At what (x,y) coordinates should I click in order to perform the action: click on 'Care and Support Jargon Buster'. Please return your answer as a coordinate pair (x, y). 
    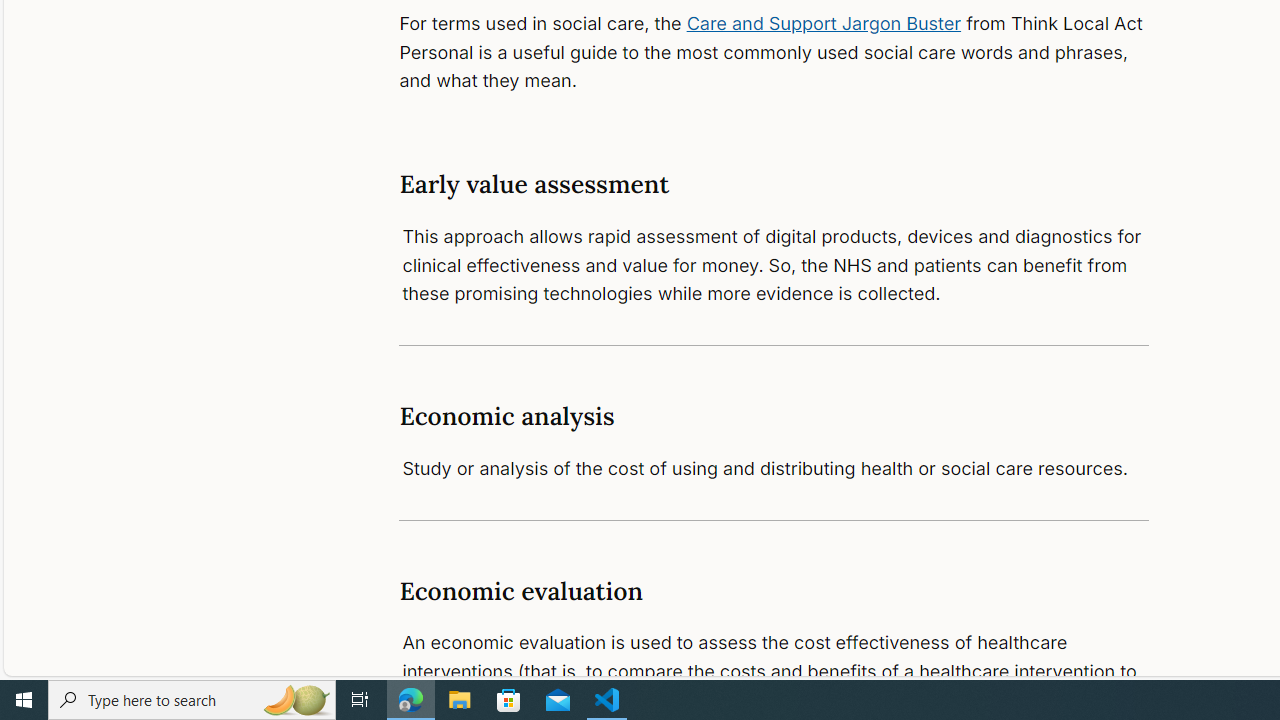
    Looking at the image, I should click on (824, 23).